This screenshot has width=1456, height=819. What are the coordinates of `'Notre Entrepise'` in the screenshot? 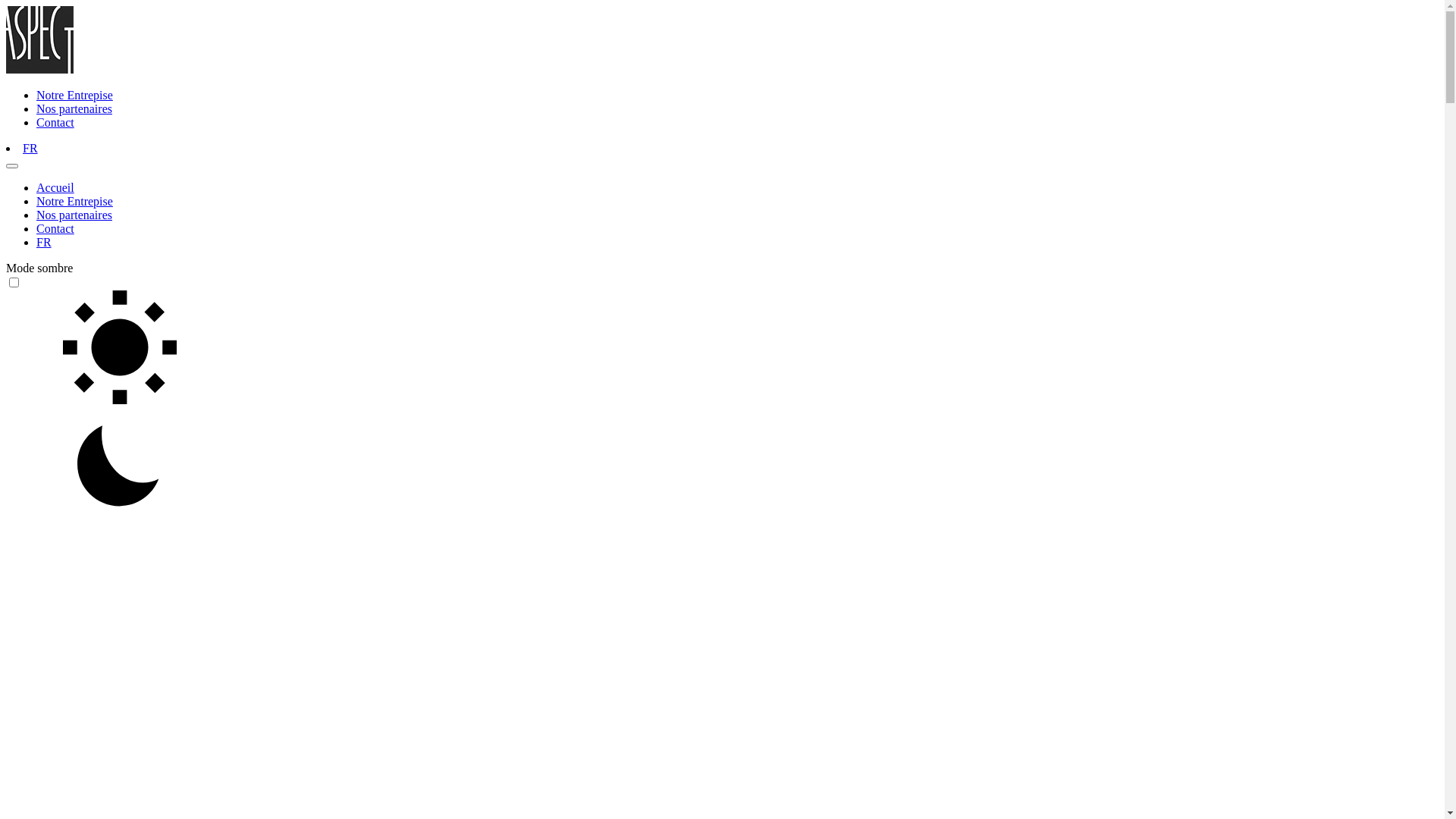 It's located at (74, 95).